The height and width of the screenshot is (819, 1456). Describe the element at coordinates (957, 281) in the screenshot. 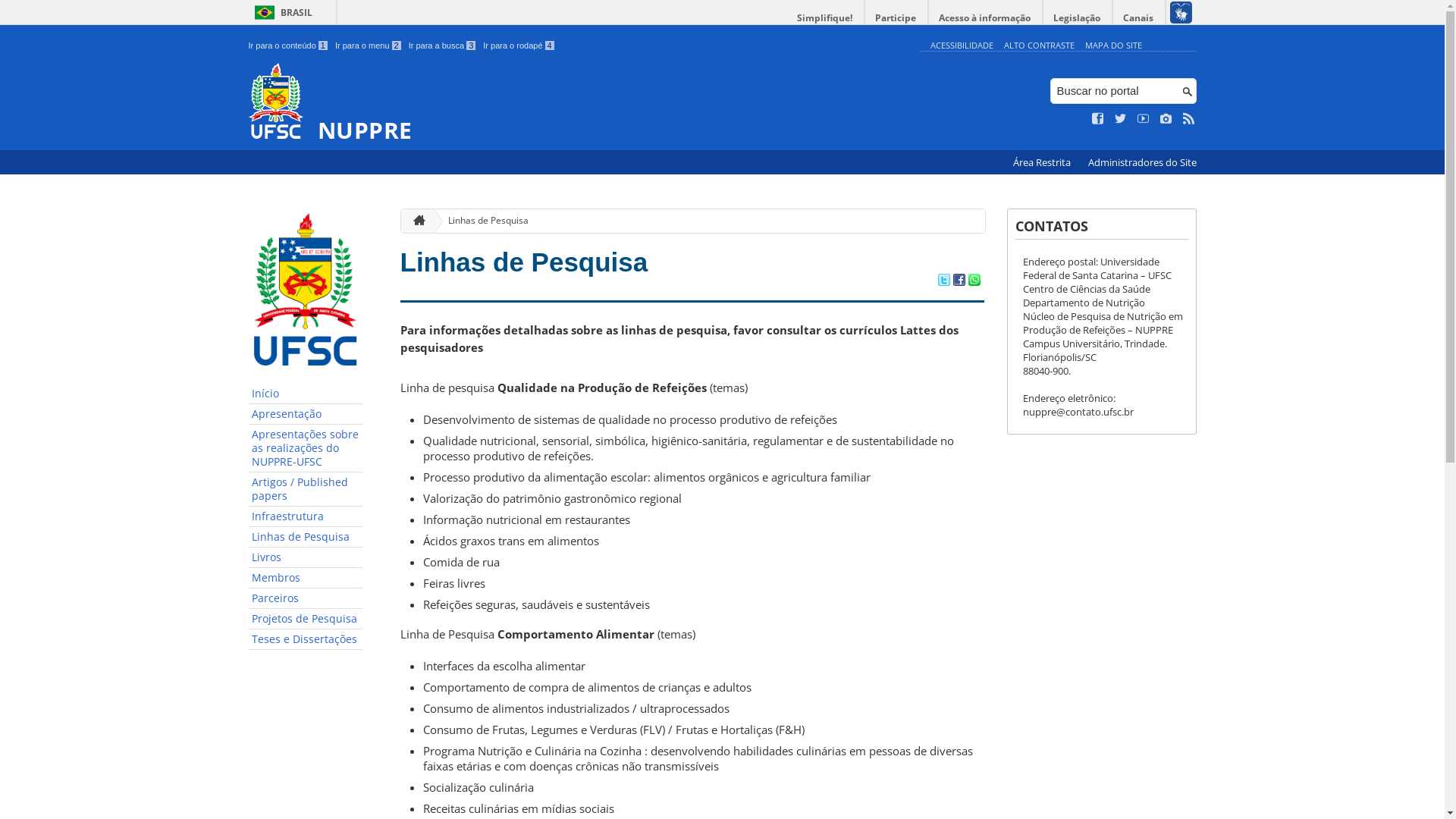

I see `'Compartilhar no Facebook'` at that location.